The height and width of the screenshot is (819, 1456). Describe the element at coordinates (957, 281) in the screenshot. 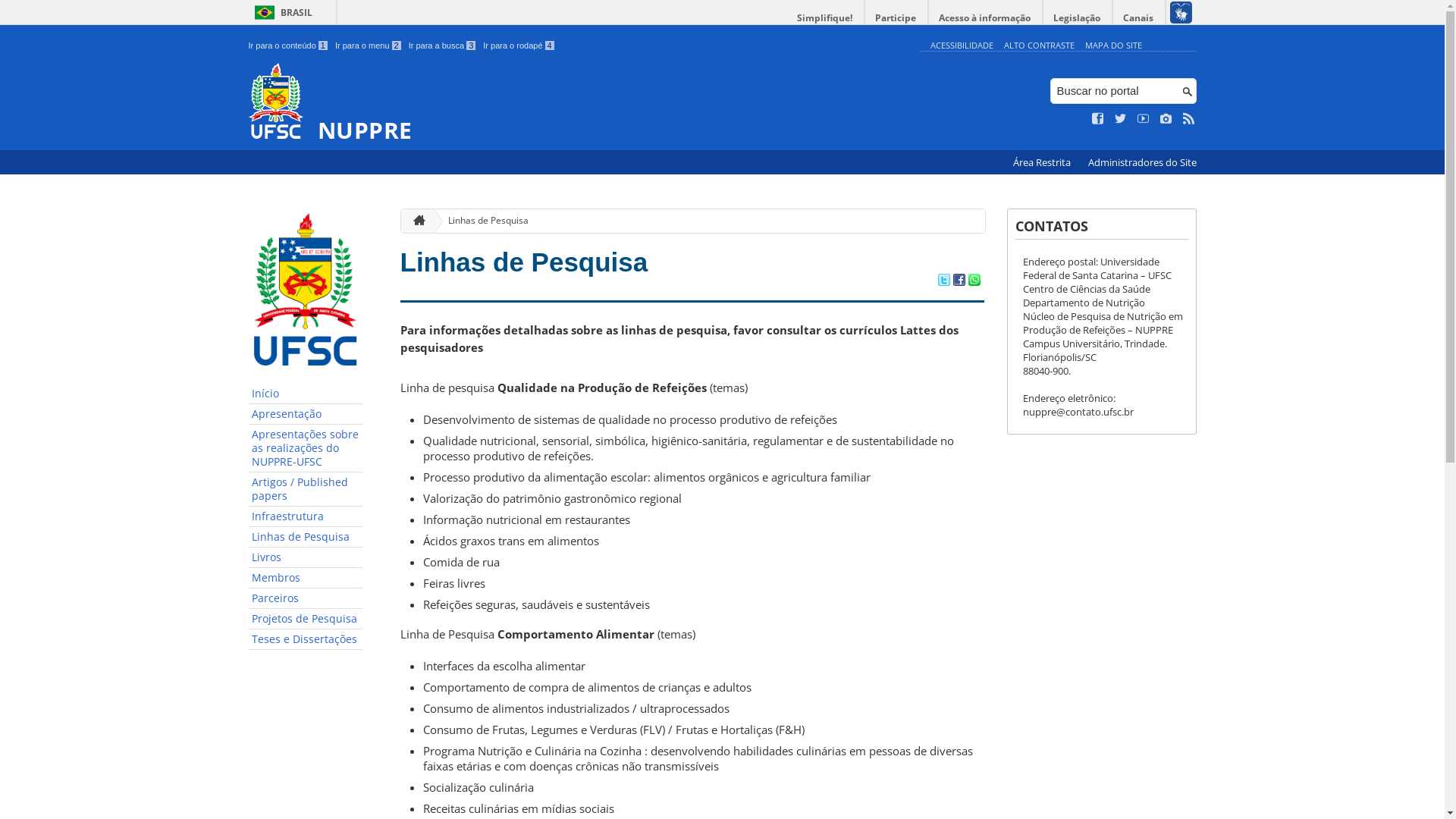

I see `'Compartilhar no Facebook'` at that location.